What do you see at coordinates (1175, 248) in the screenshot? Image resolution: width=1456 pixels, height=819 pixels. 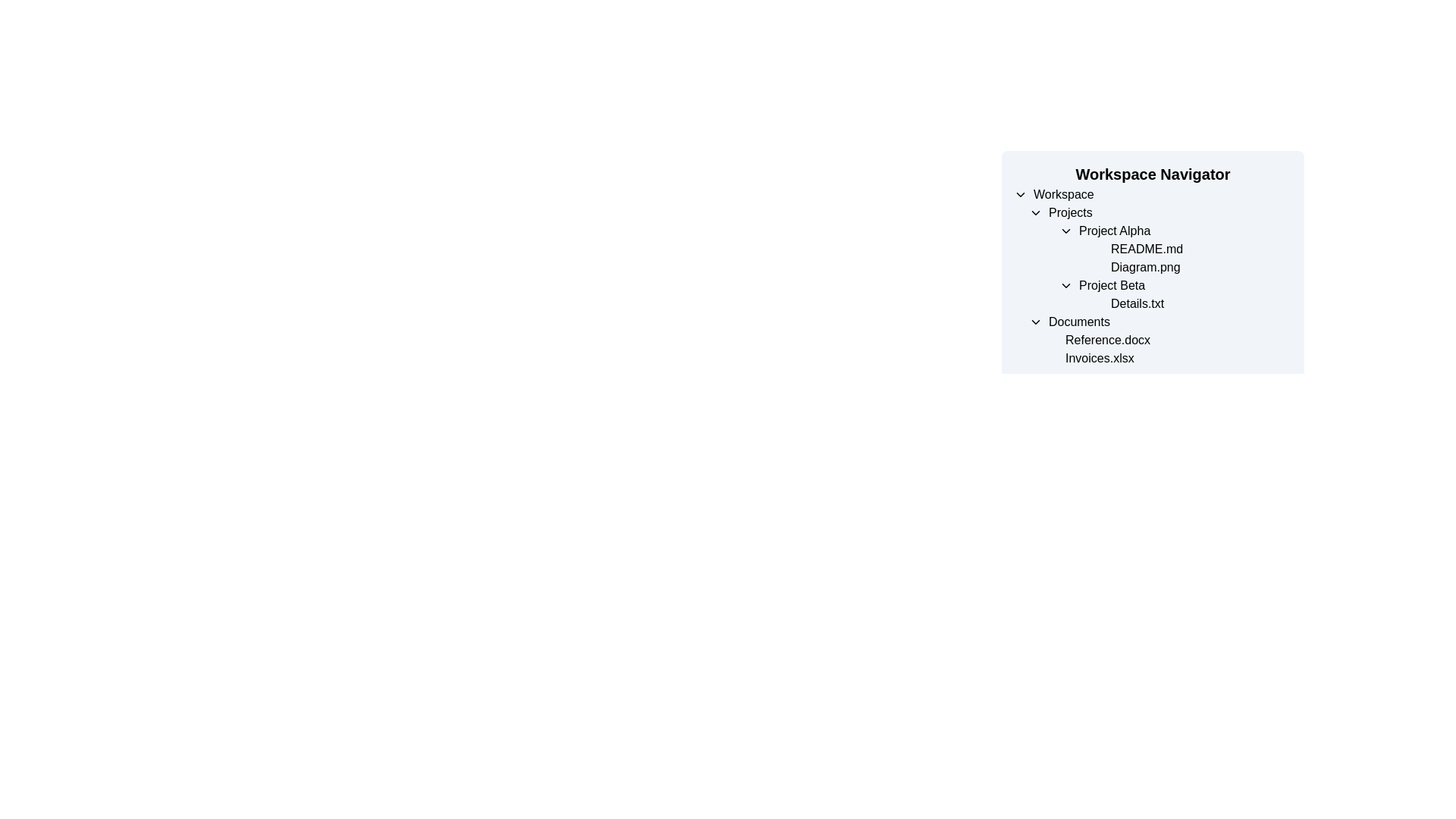 I see `the text label for the file 'README.md' located under the 'Project Alpha' folder` at bounding box center [1175, 248].